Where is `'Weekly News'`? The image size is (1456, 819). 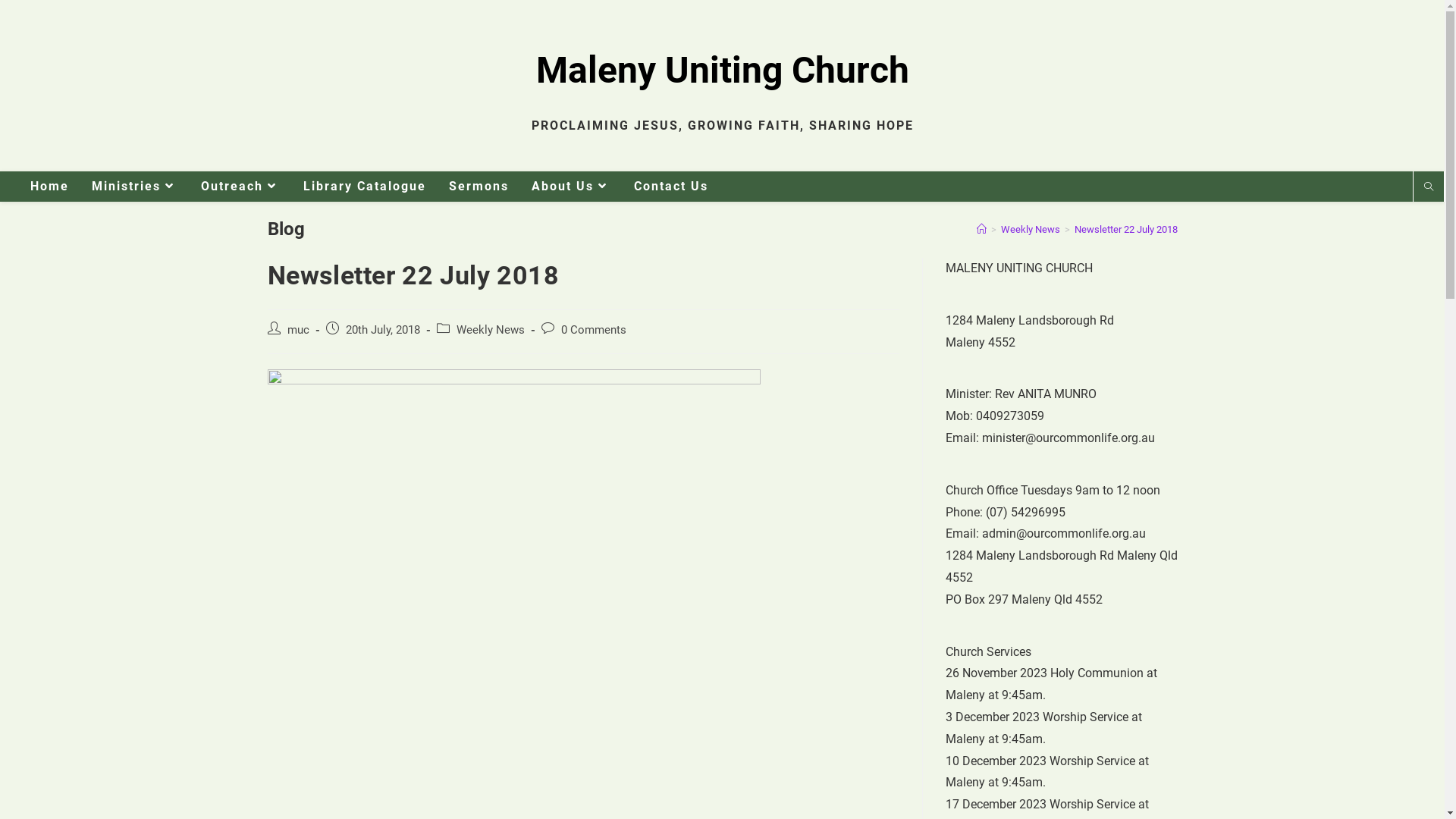 'Weekly News' is located at coordinates (1030, 229).